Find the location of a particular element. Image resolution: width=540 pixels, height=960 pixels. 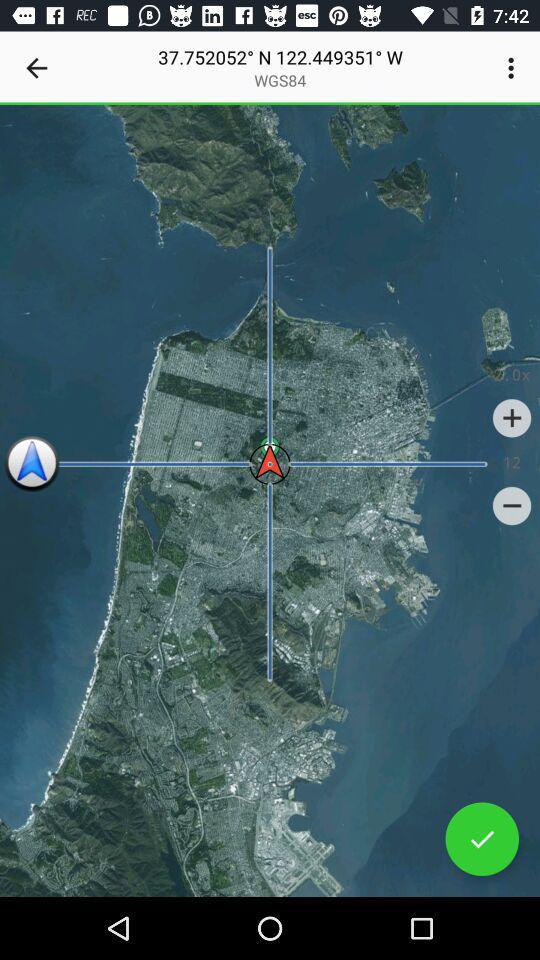

icon on the left is located at coordinates (31, 464).